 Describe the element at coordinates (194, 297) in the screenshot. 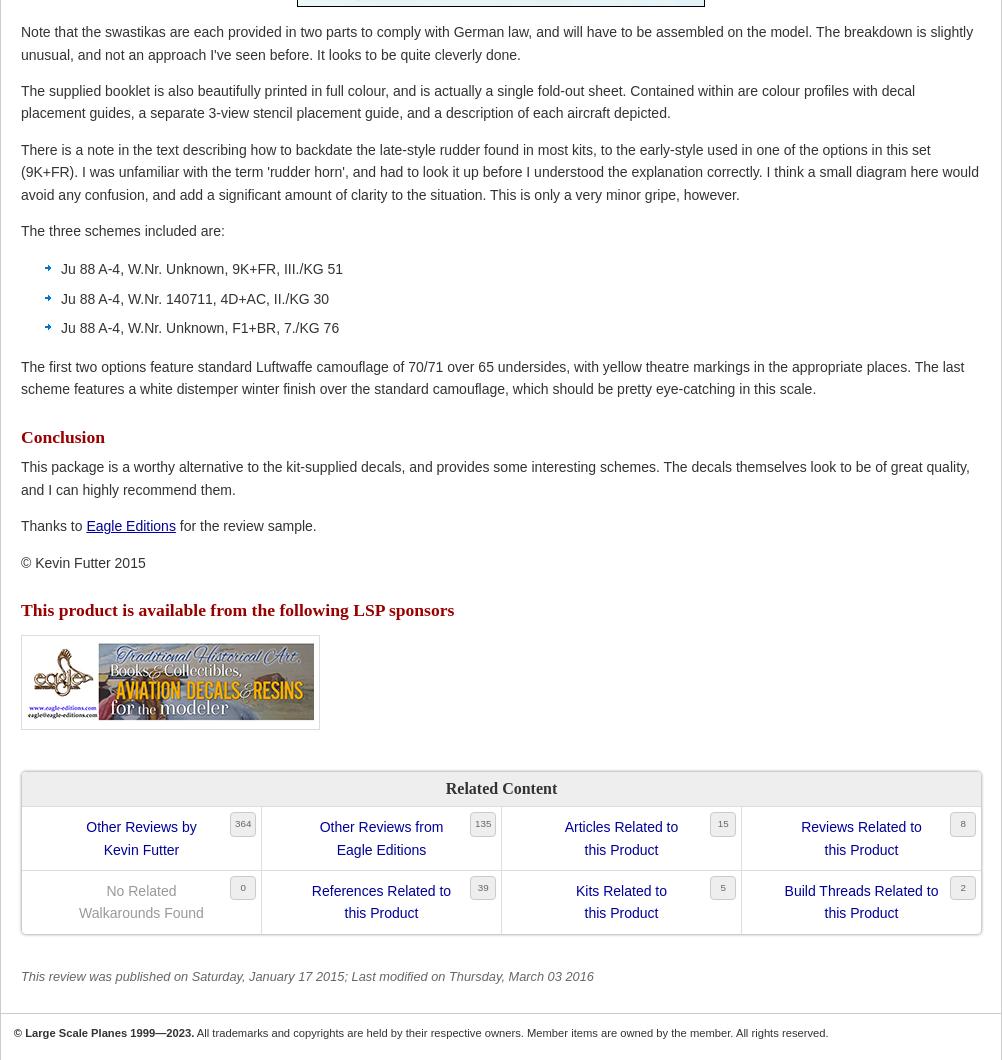

I see `'Ju 88 A-4, W.Nr. 140711, 4D+AC, II./KG 30'` at that location.